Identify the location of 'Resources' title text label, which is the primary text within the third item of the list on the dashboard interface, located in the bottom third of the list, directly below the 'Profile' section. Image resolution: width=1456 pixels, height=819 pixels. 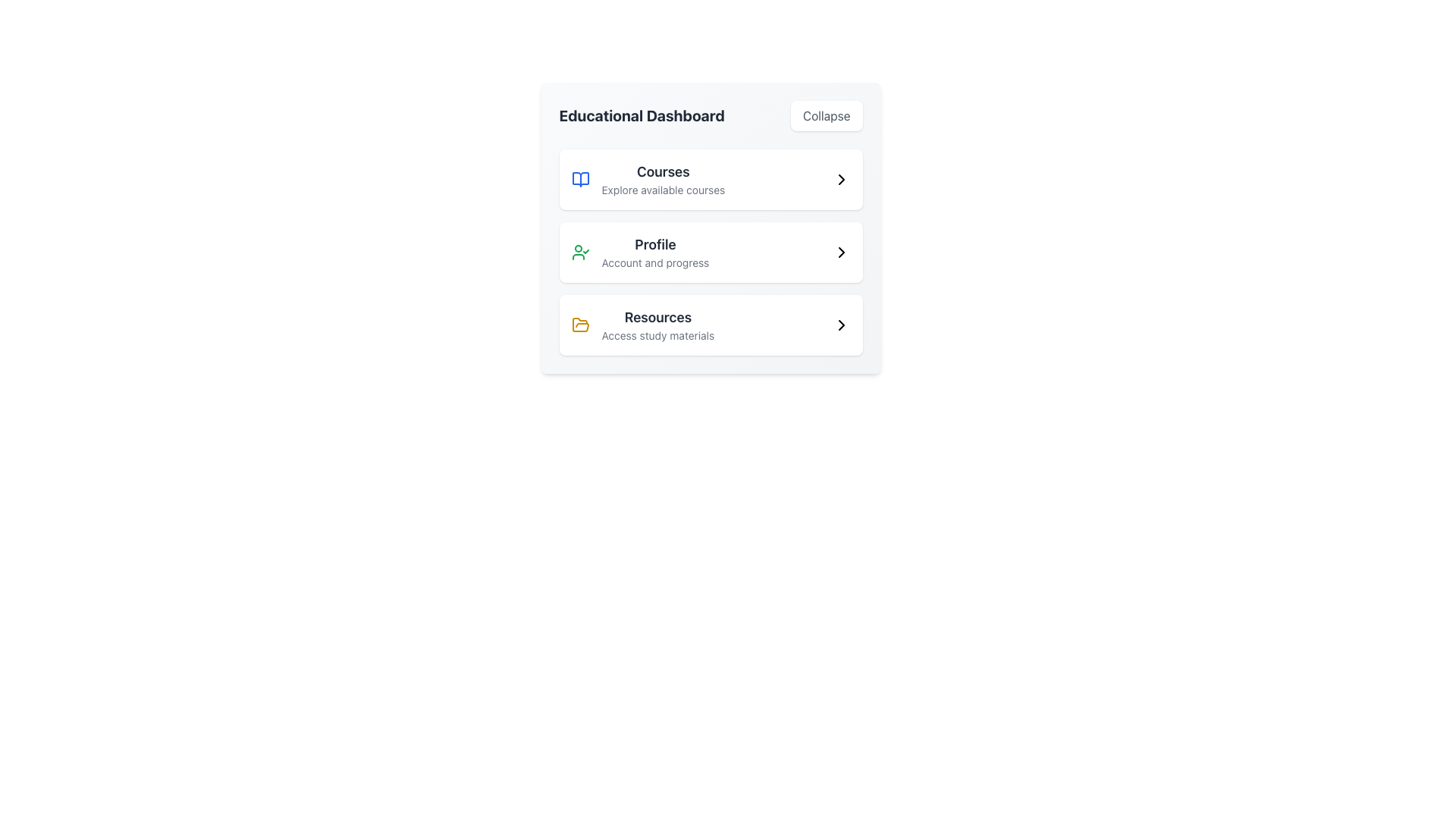
(657, 317).